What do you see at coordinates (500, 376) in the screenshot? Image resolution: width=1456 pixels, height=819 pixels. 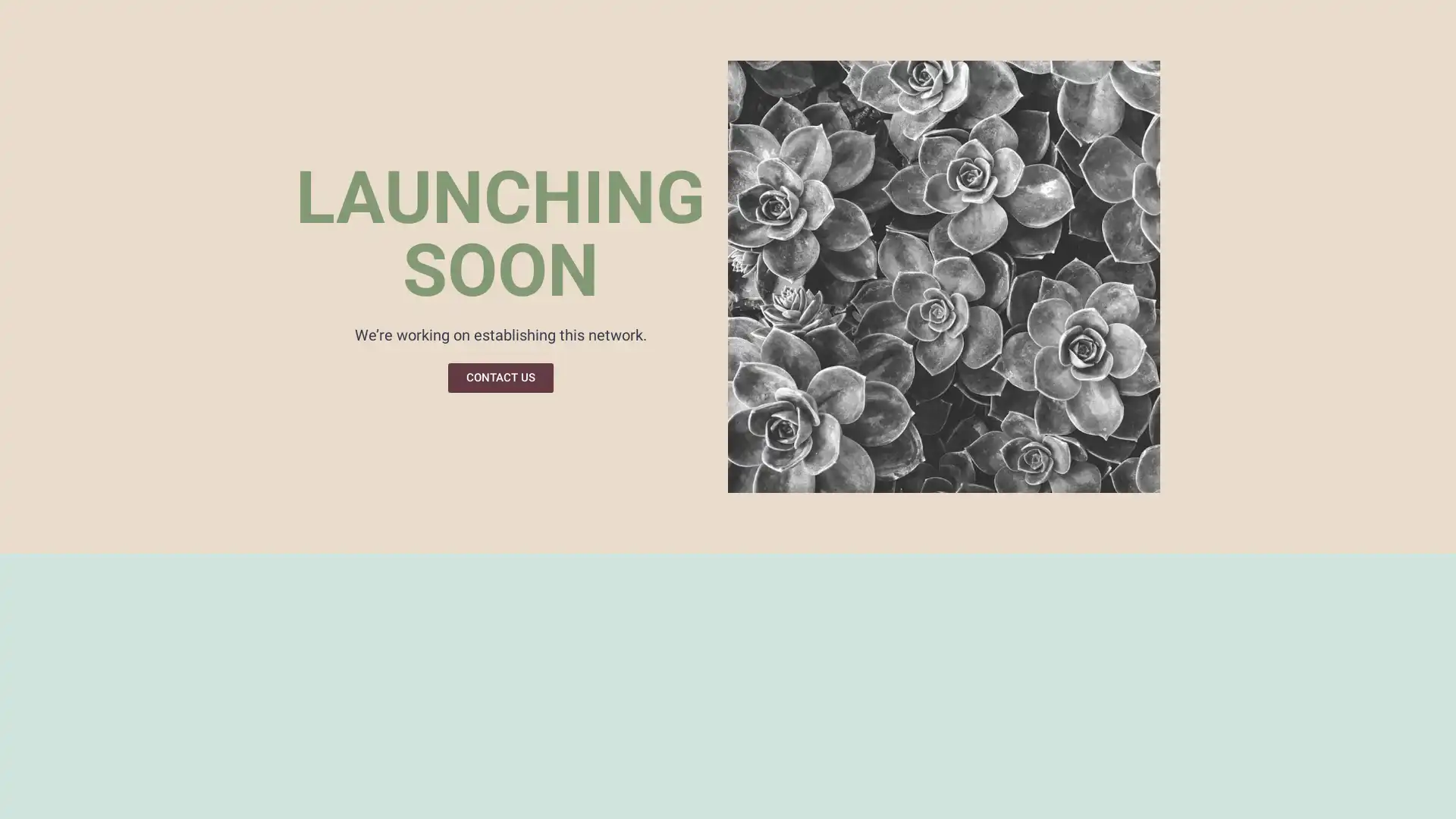 I see `CONTACT US` at bounding box center [500, 376].